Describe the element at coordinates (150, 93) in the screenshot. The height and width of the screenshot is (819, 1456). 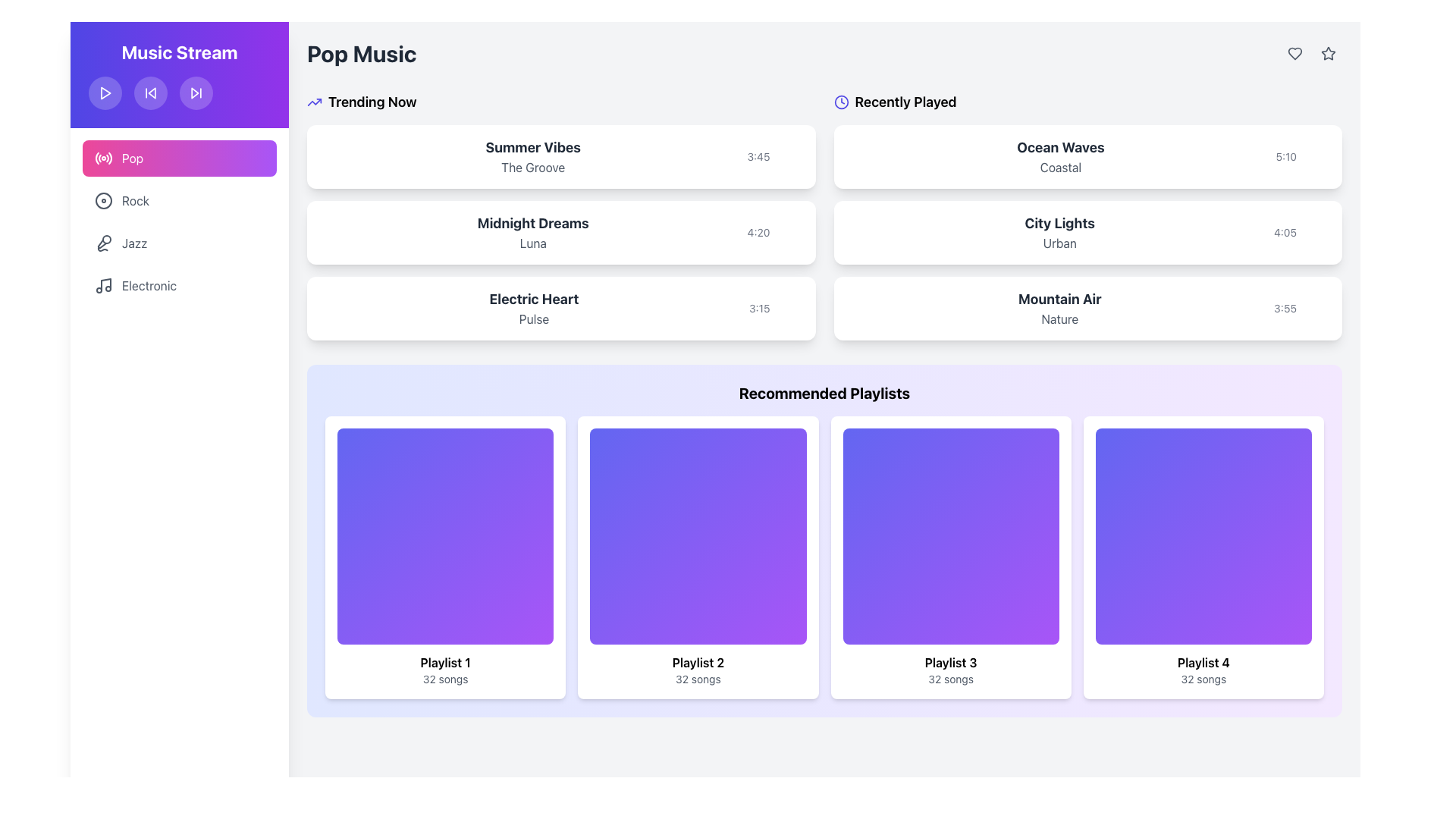
I see `the skip backward button, which is the middle button in a row of three control buttons located to the right of the 'Music Stream' sidebar, to observe the hover transition` at that location.